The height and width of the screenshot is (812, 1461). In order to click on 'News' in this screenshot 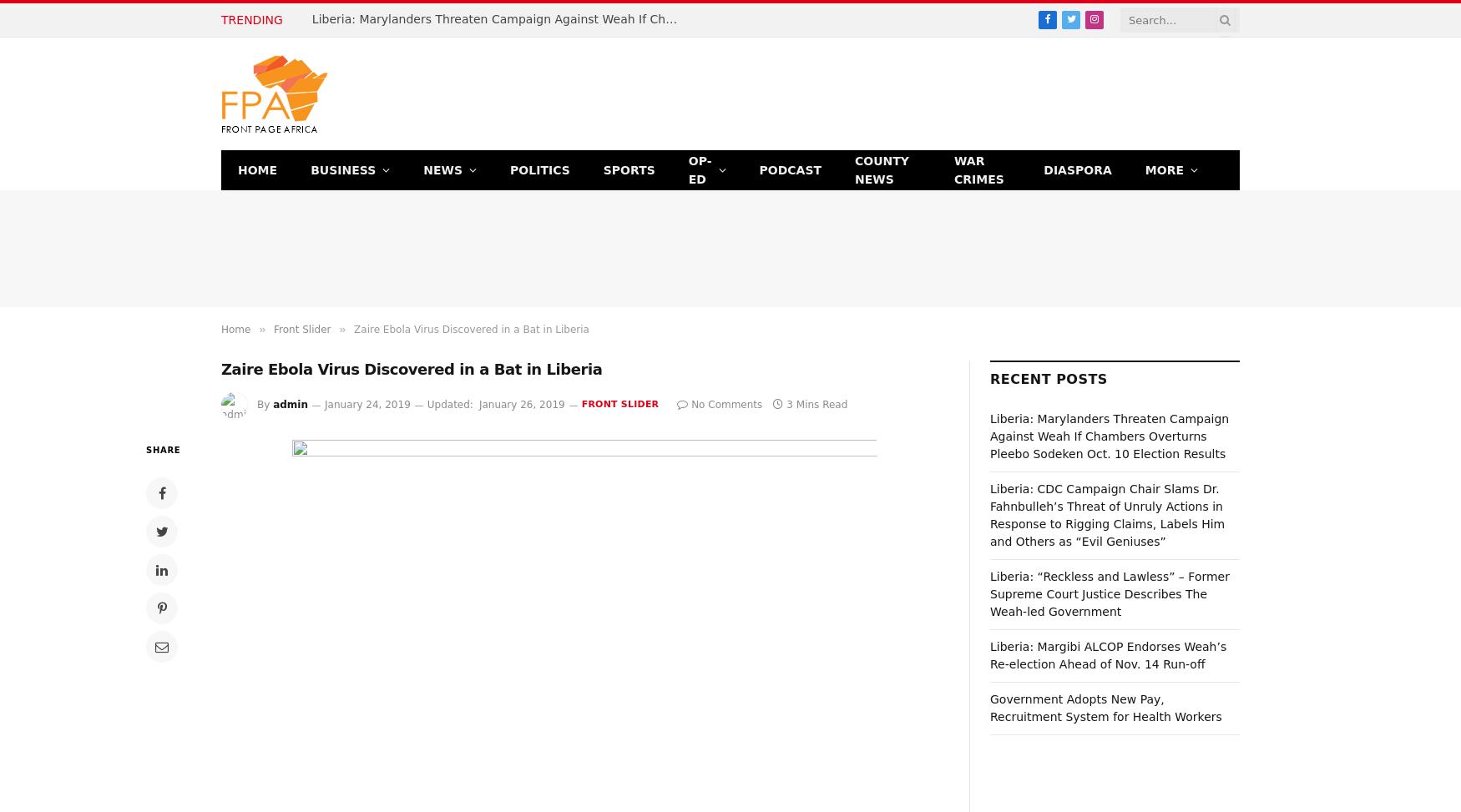, I will do `click(422, 169)`.